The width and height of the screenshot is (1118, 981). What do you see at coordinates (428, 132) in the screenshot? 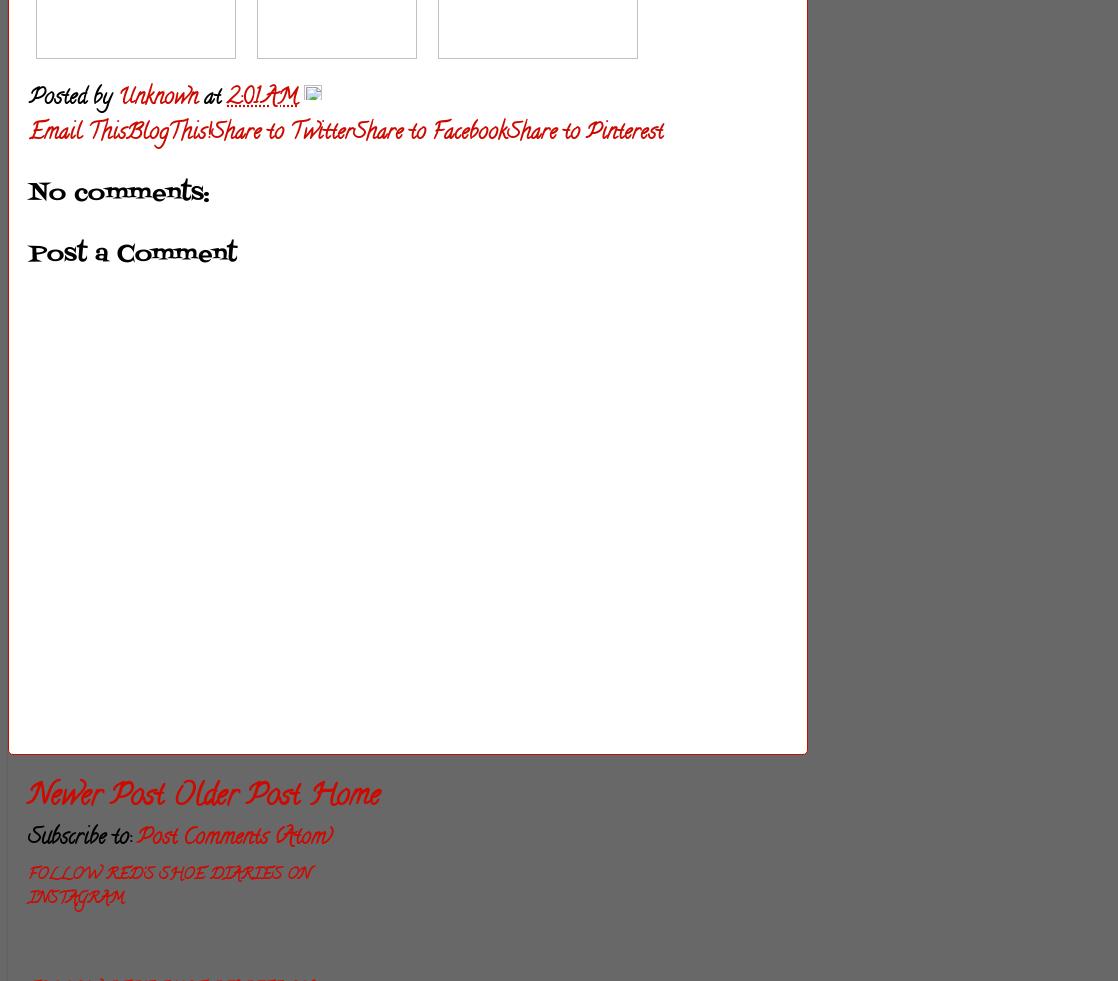
I see `'Share to Facebook'` at bounding box center [428, 132].